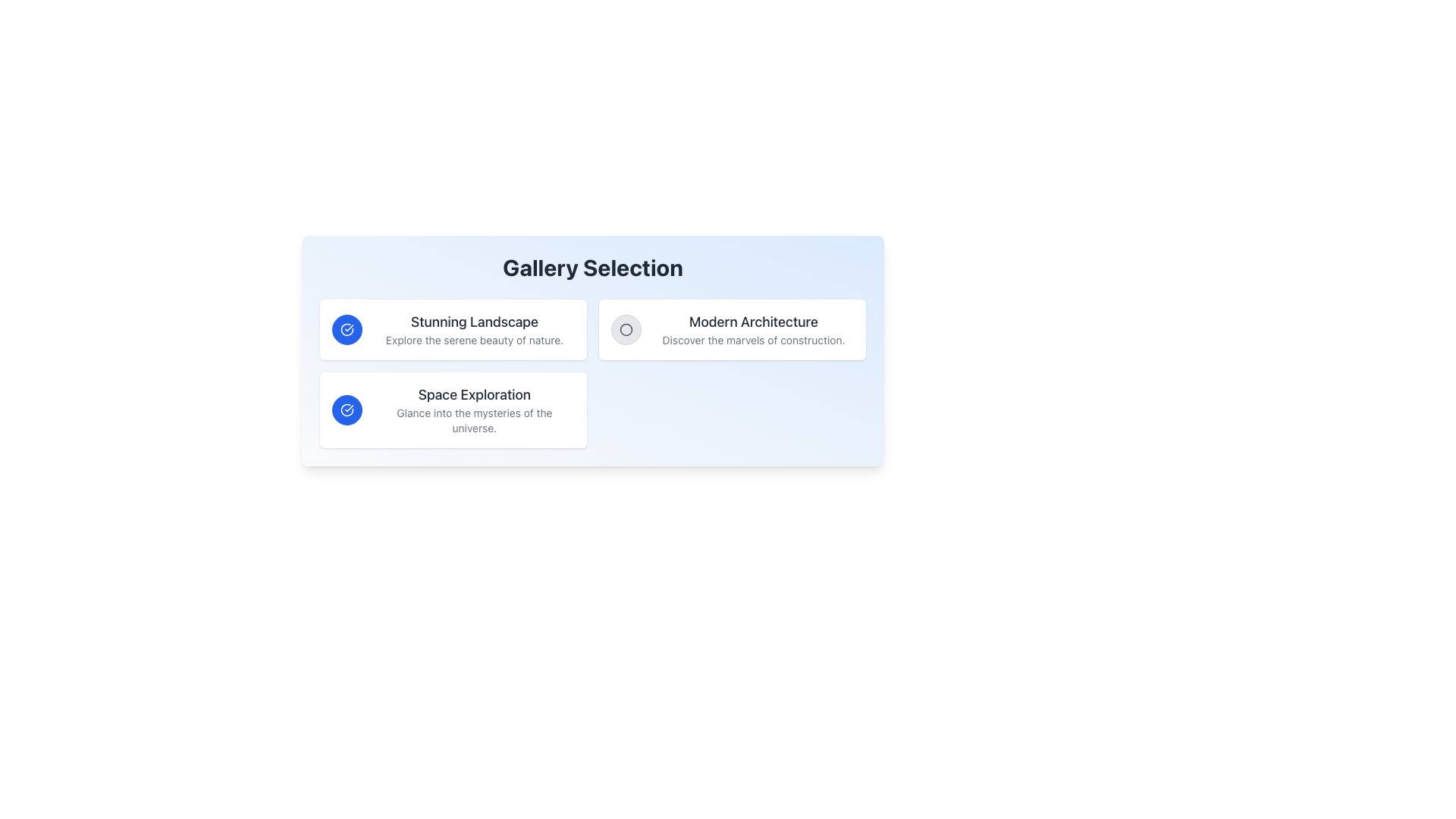  I want to click on the circular button with a gray background and outline, located in the top-left corner of the 'Modern Architecture' card, so click(626, 329).